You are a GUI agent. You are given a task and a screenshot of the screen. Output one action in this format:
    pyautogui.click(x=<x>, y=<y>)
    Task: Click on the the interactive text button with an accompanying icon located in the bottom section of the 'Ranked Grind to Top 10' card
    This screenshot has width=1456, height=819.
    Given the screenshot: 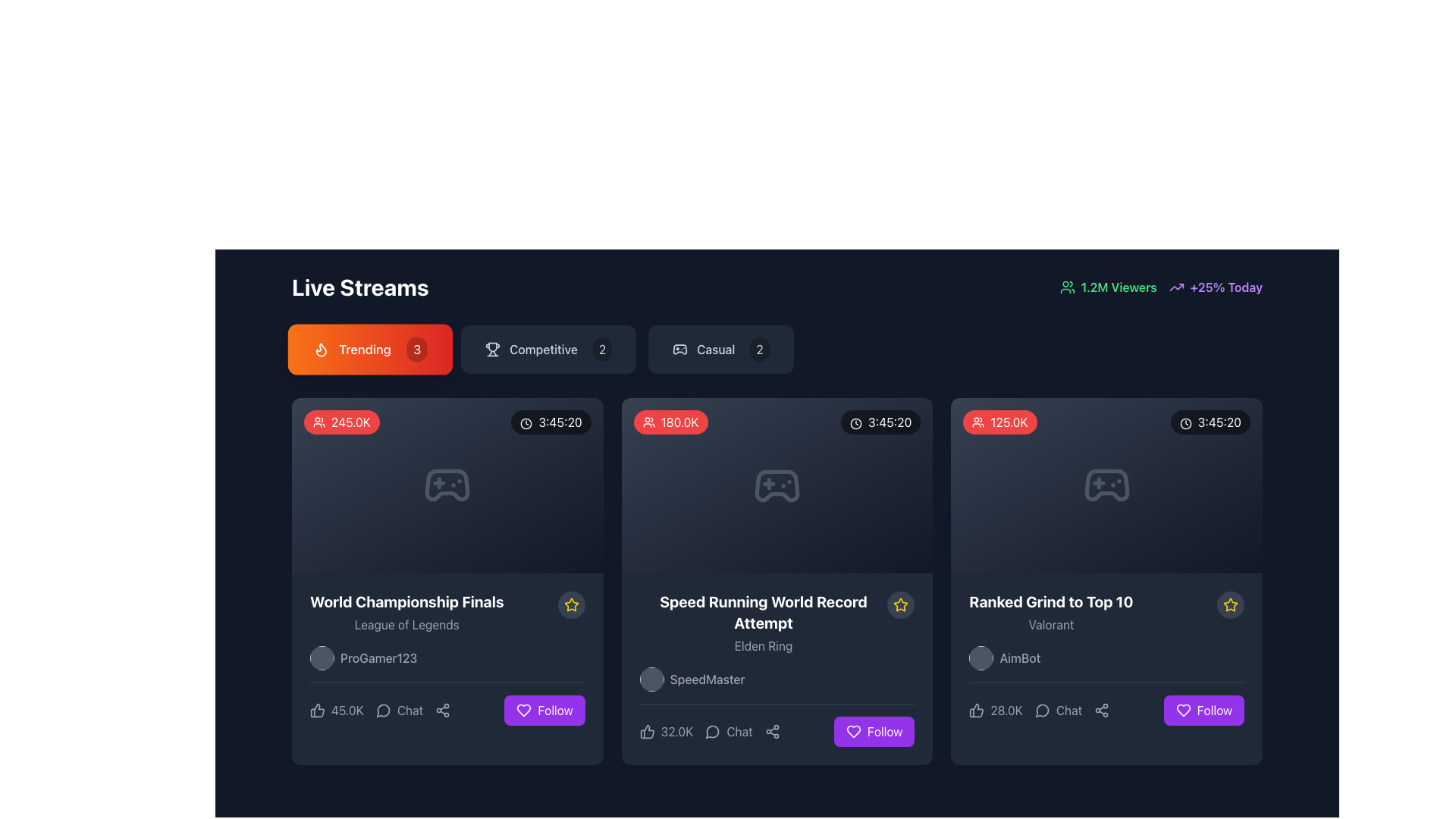 What is the action you would take?
    pyautogui.click(x=1058, y=711)
    